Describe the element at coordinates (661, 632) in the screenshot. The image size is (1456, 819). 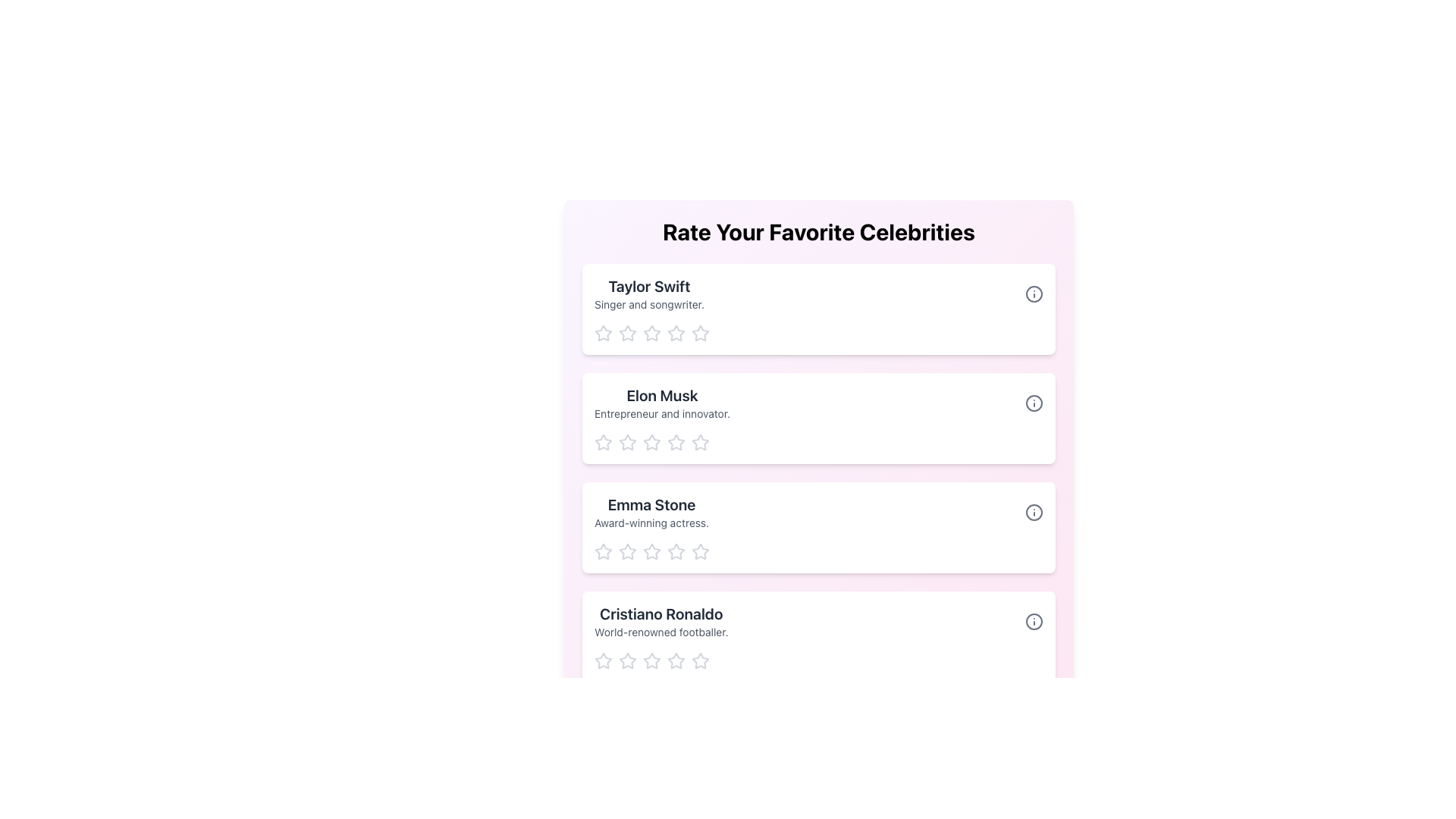
I see `the Text Label that contains the text 'World-renowned footballer.' which is styled with a smaller font size and gray color, located directly below 'Cristiano Ronaldo' in the last entry of the vertical list` at that location.